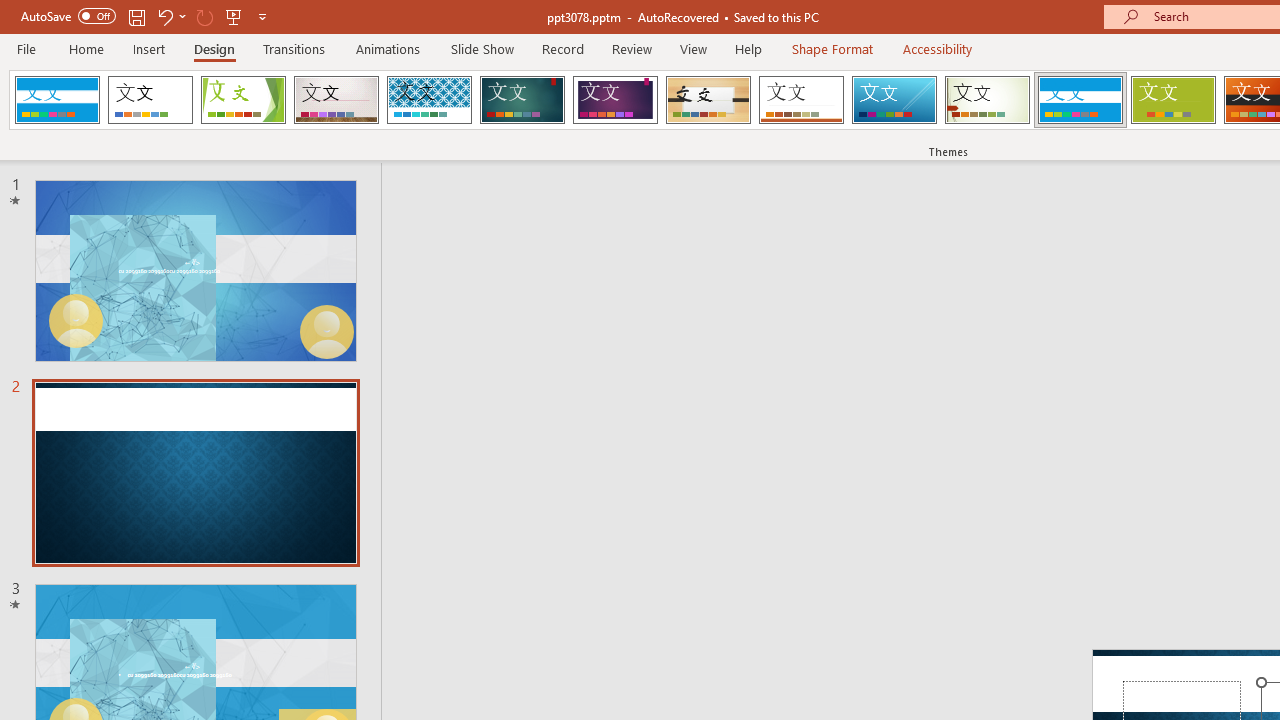  I want to click on 'Ion', so click(522, 100).